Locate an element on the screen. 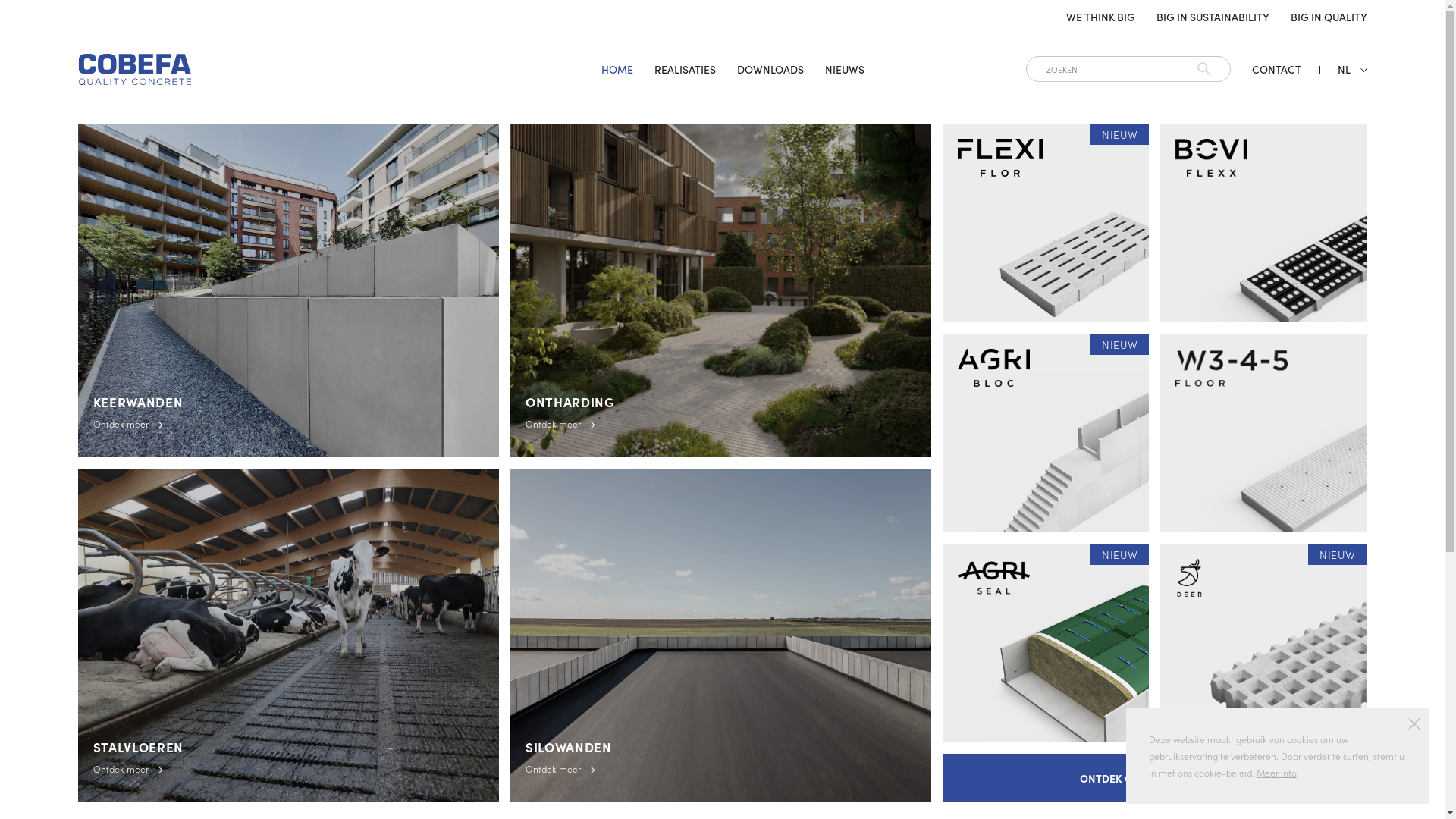 This screenshot has width=1456, height=819. 'KEERWANDEN is located at coordinates (287, 290).